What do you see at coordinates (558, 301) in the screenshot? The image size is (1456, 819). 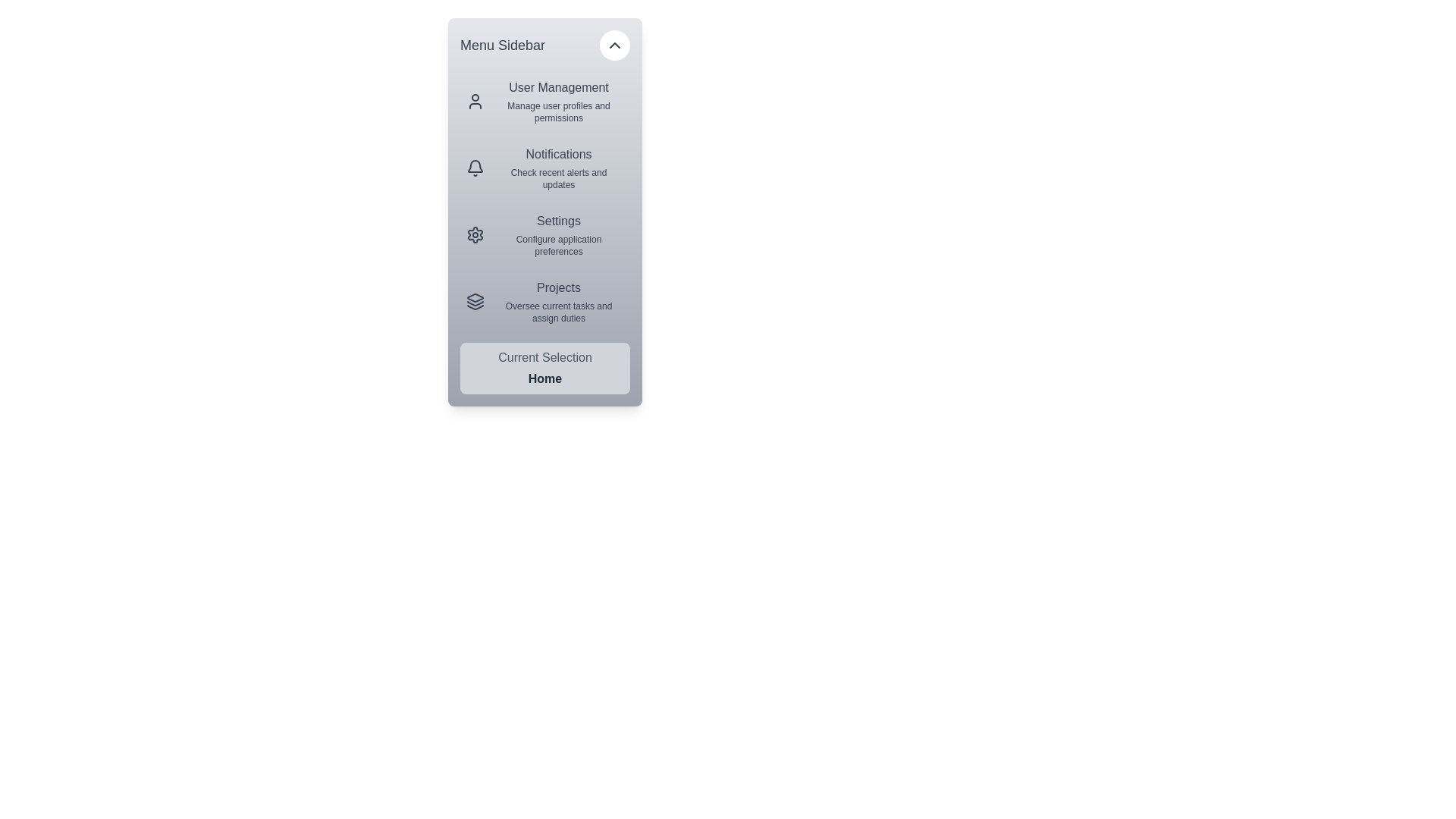 I see `the 'Projects' menu item, which features a bold header and descriptive text` at bounding box center [558, 301].